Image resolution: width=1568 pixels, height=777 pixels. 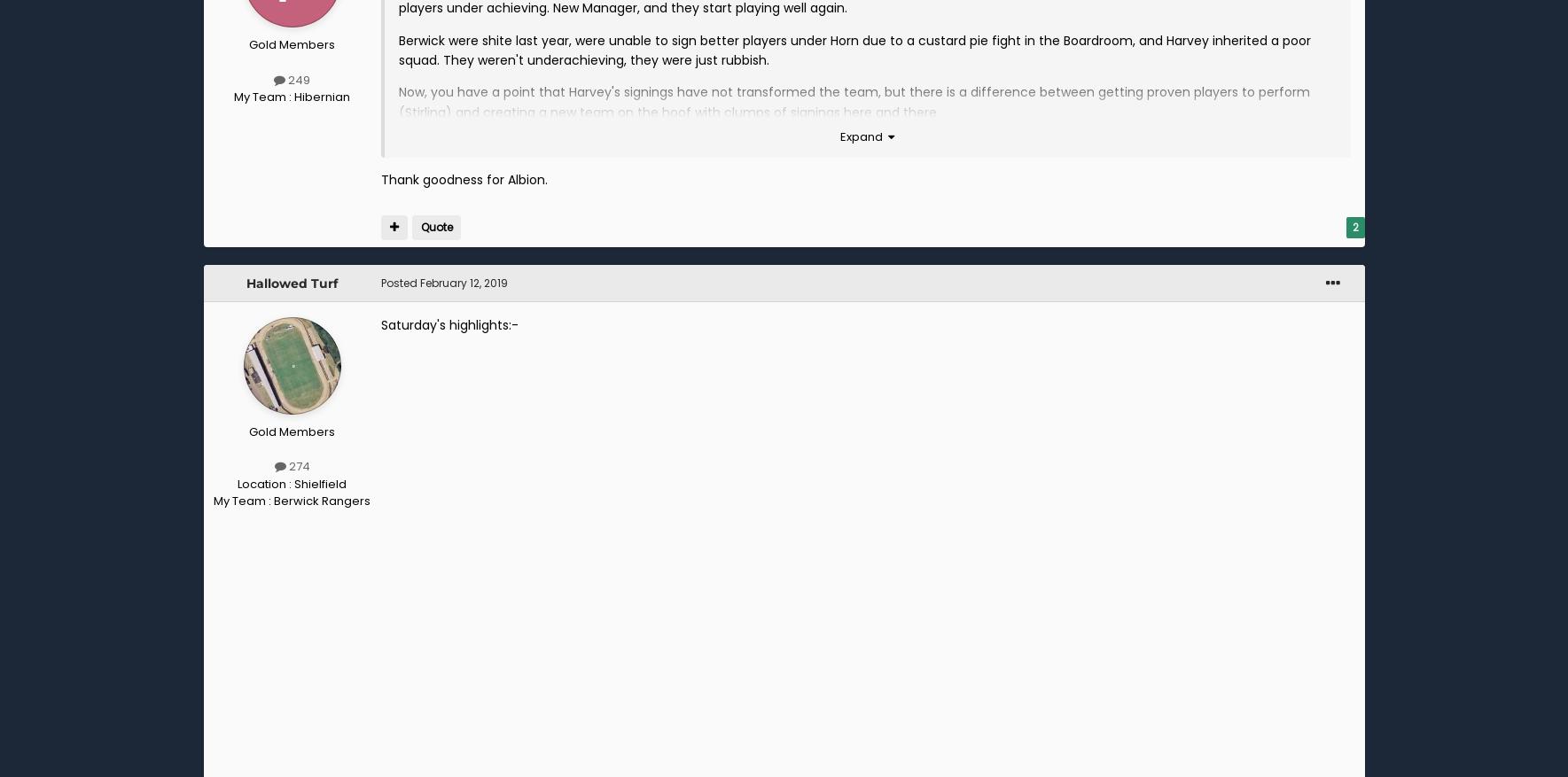 I want to click on 'Thank goodness for Albion.', so click(x=464, y=179).